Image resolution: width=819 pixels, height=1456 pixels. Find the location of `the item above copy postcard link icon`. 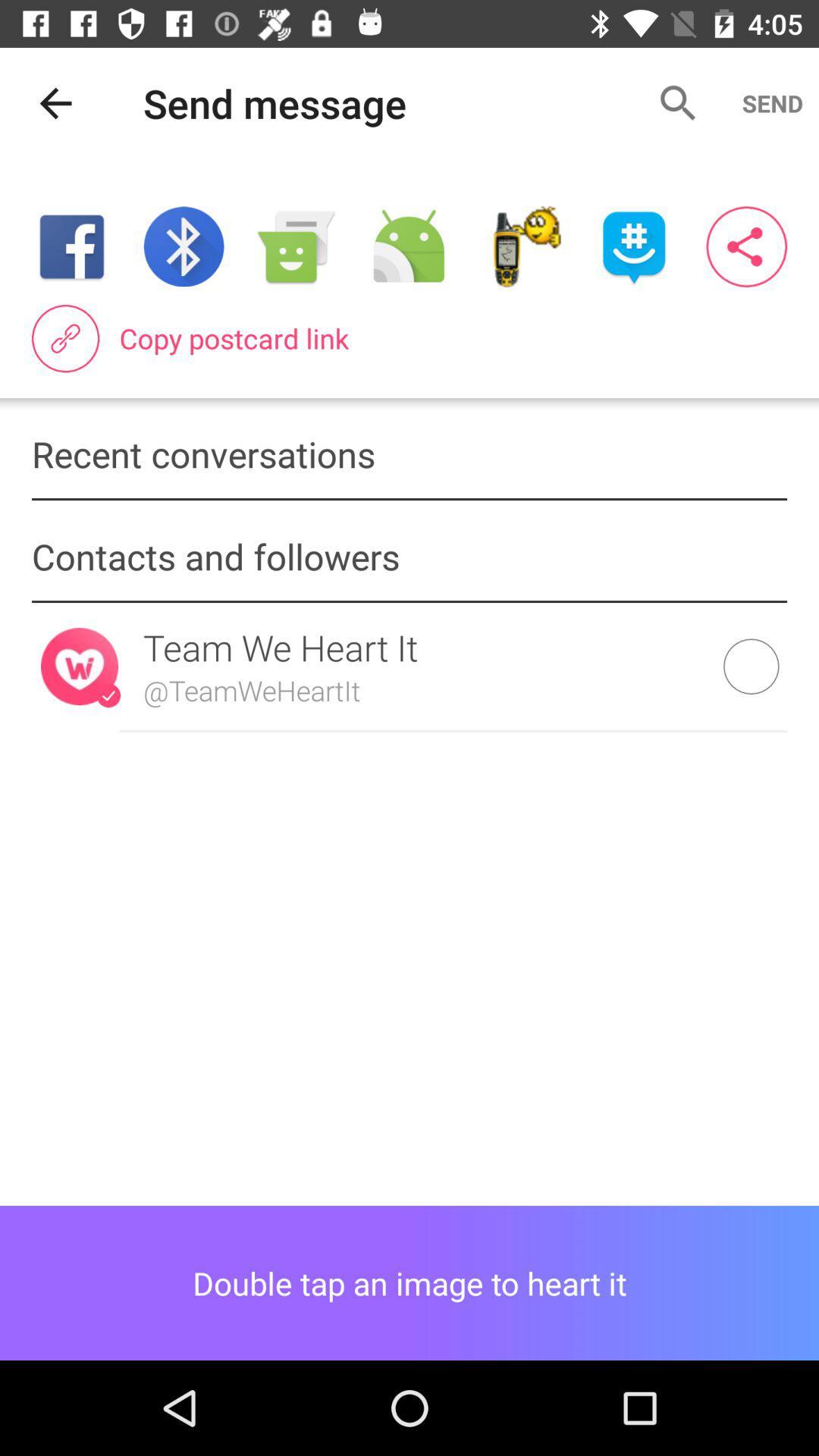

the item above copy postcard link icon is located at coordinates (408, 246).